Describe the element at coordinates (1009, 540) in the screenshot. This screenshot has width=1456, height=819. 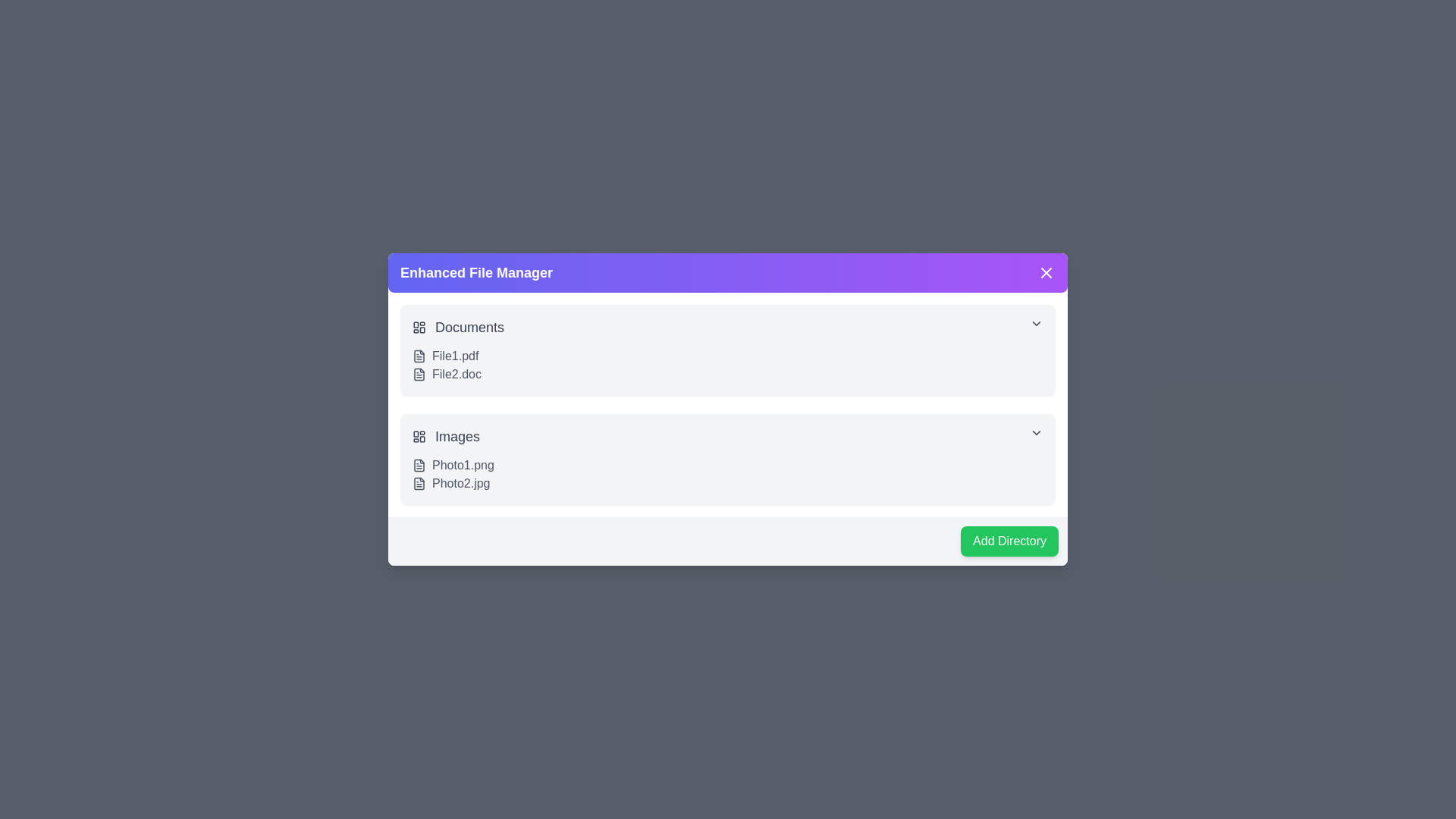
I see `'Add Directory' button to add a new directory` at that location.